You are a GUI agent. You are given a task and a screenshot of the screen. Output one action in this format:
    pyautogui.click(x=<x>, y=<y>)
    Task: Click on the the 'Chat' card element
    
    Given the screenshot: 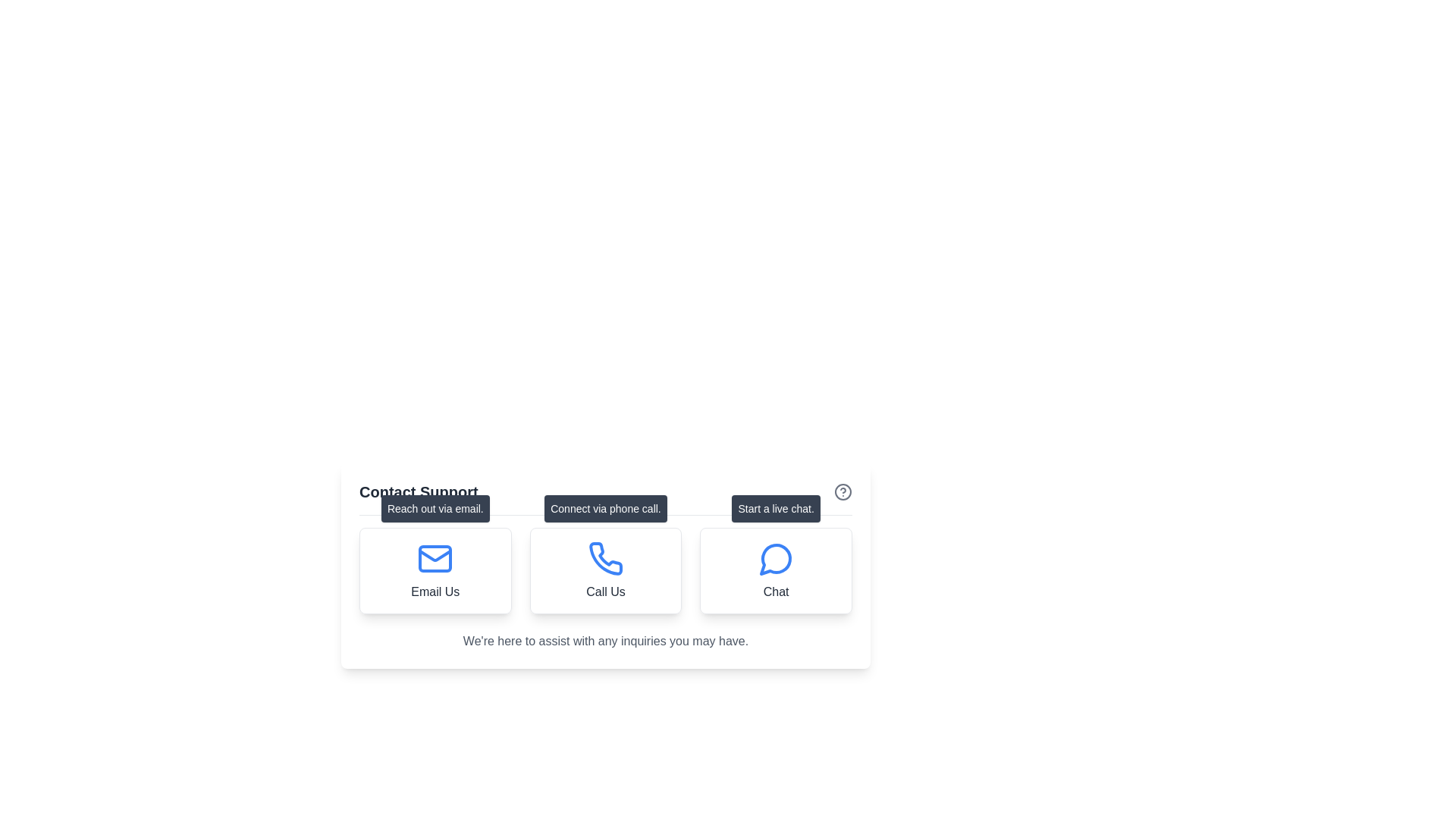 What is the action you would take?
    pyautogui.click(x=776, y=570)
    